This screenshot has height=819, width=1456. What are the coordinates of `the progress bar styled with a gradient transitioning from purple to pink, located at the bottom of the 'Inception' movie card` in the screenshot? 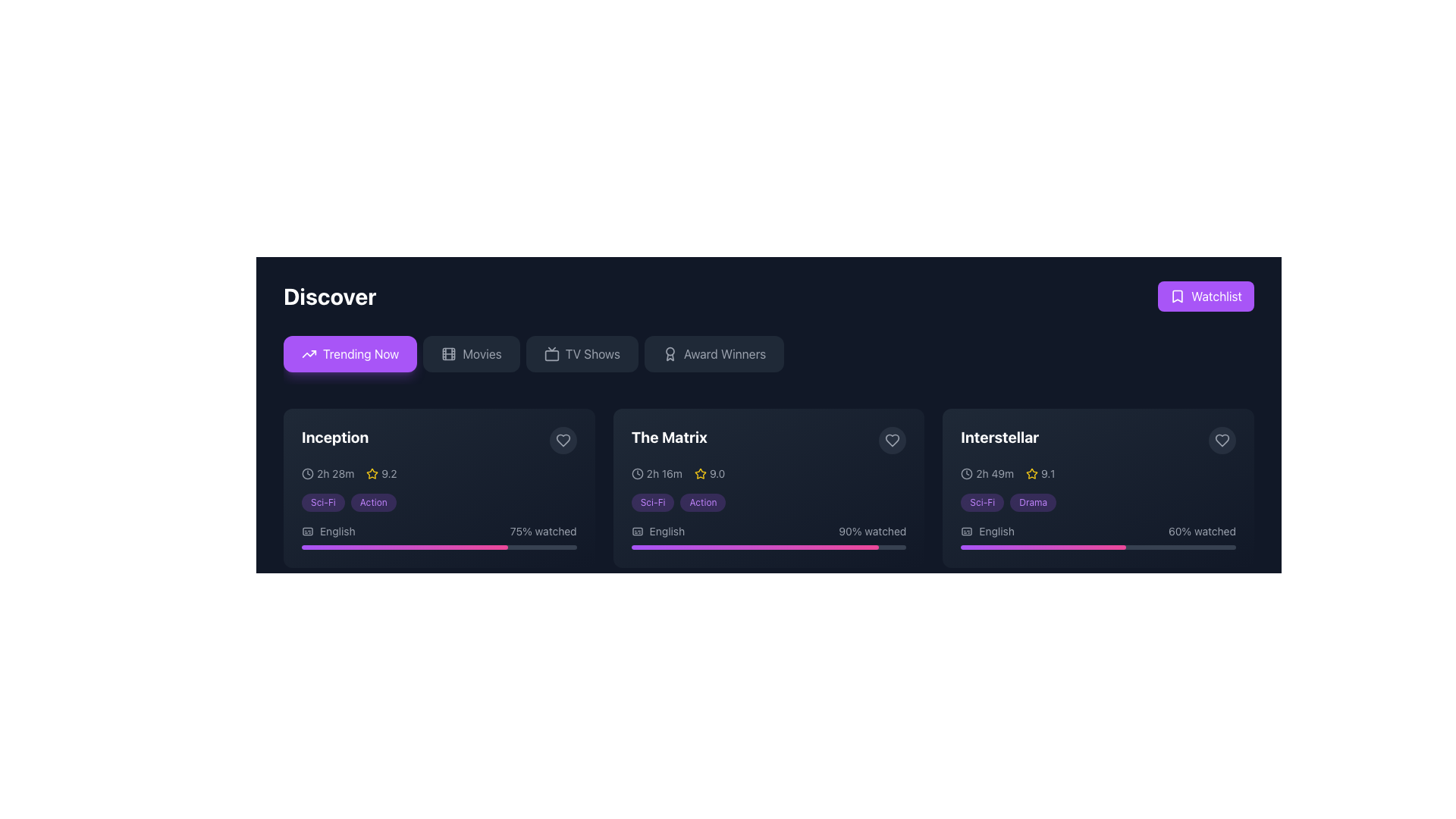 It's located at (404, 547).